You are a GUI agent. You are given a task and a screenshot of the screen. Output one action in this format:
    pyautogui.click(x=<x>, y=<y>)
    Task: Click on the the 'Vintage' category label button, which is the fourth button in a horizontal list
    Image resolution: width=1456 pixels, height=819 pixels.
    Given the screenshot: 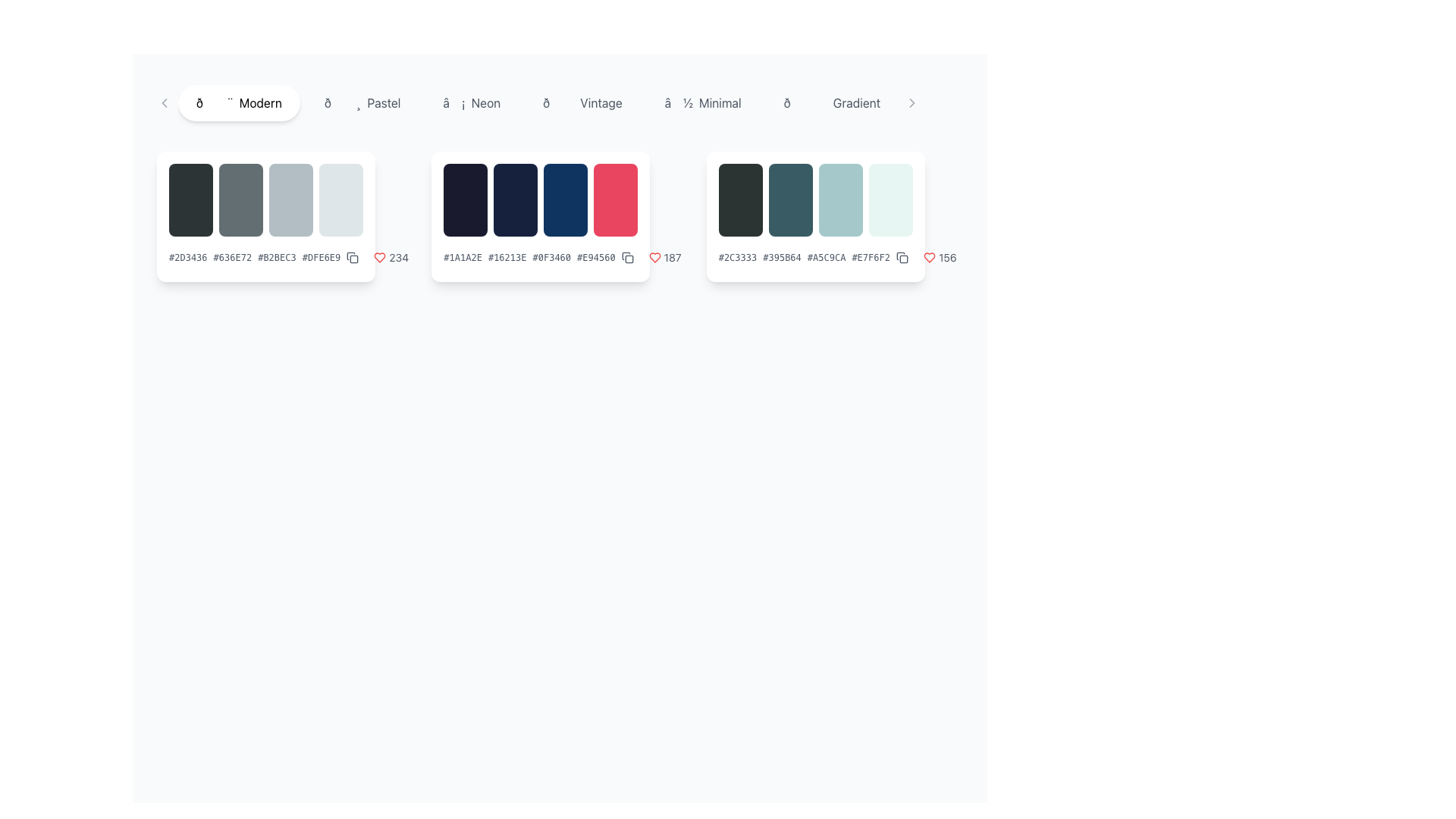 What is the action you would take?
    pyautogui.click(x=582, y=102)
    